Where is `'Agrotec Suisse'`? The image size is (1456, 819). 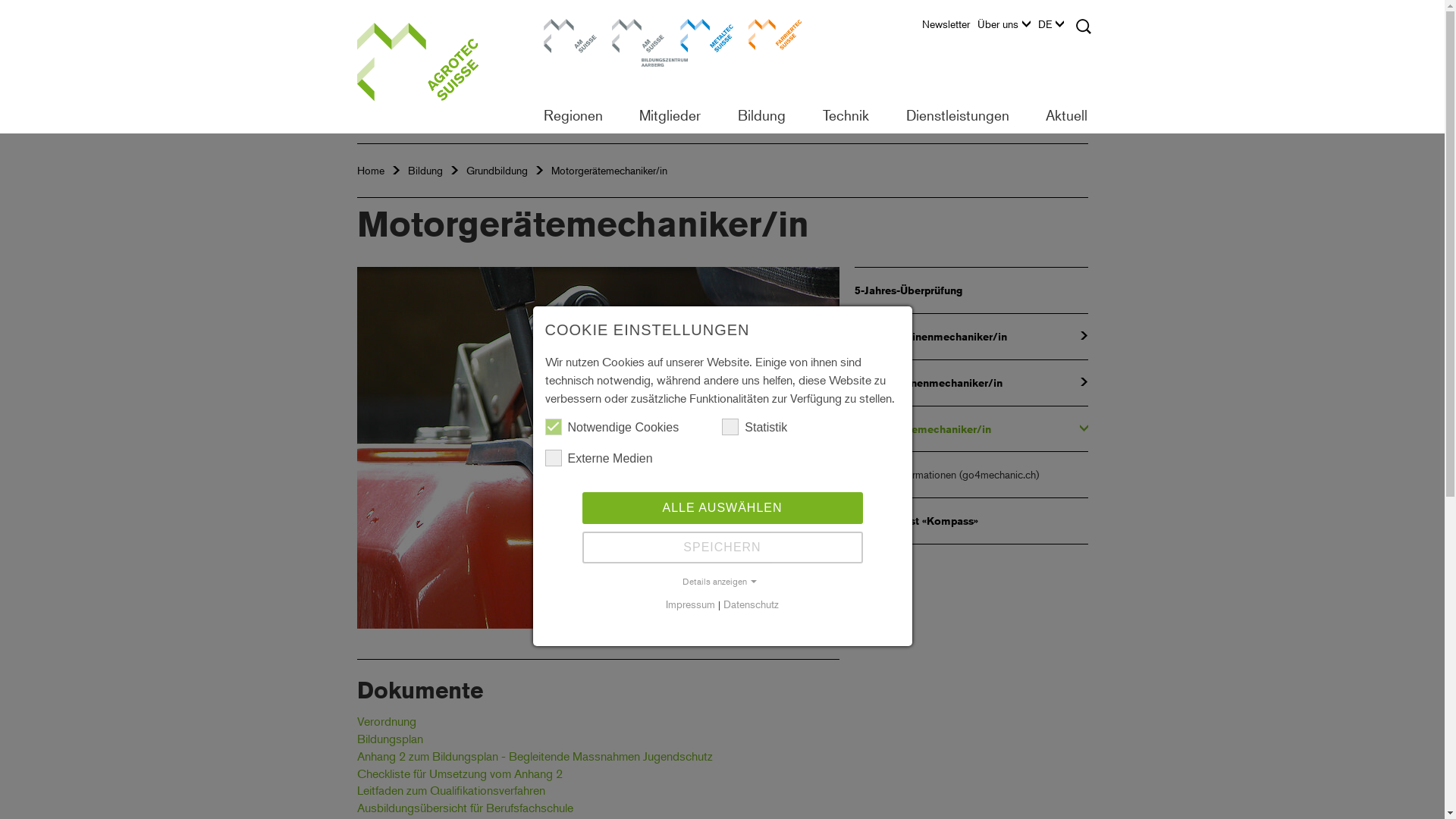 'Agrotec Suisse' is located at coordinates (435, 66).